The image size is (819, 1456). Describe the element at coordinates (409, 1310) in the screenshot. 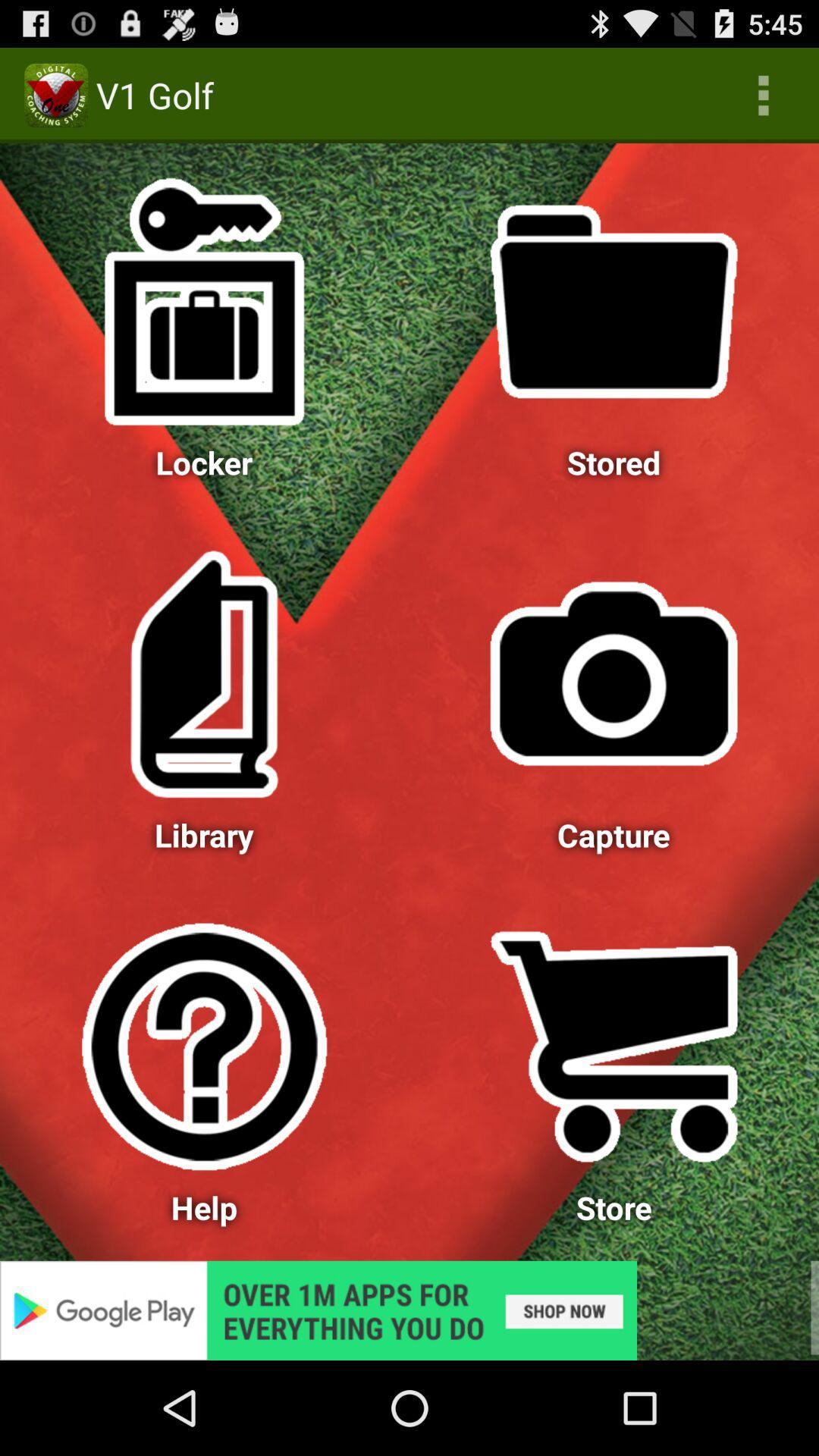

I see `advertisement 's page` at that location.